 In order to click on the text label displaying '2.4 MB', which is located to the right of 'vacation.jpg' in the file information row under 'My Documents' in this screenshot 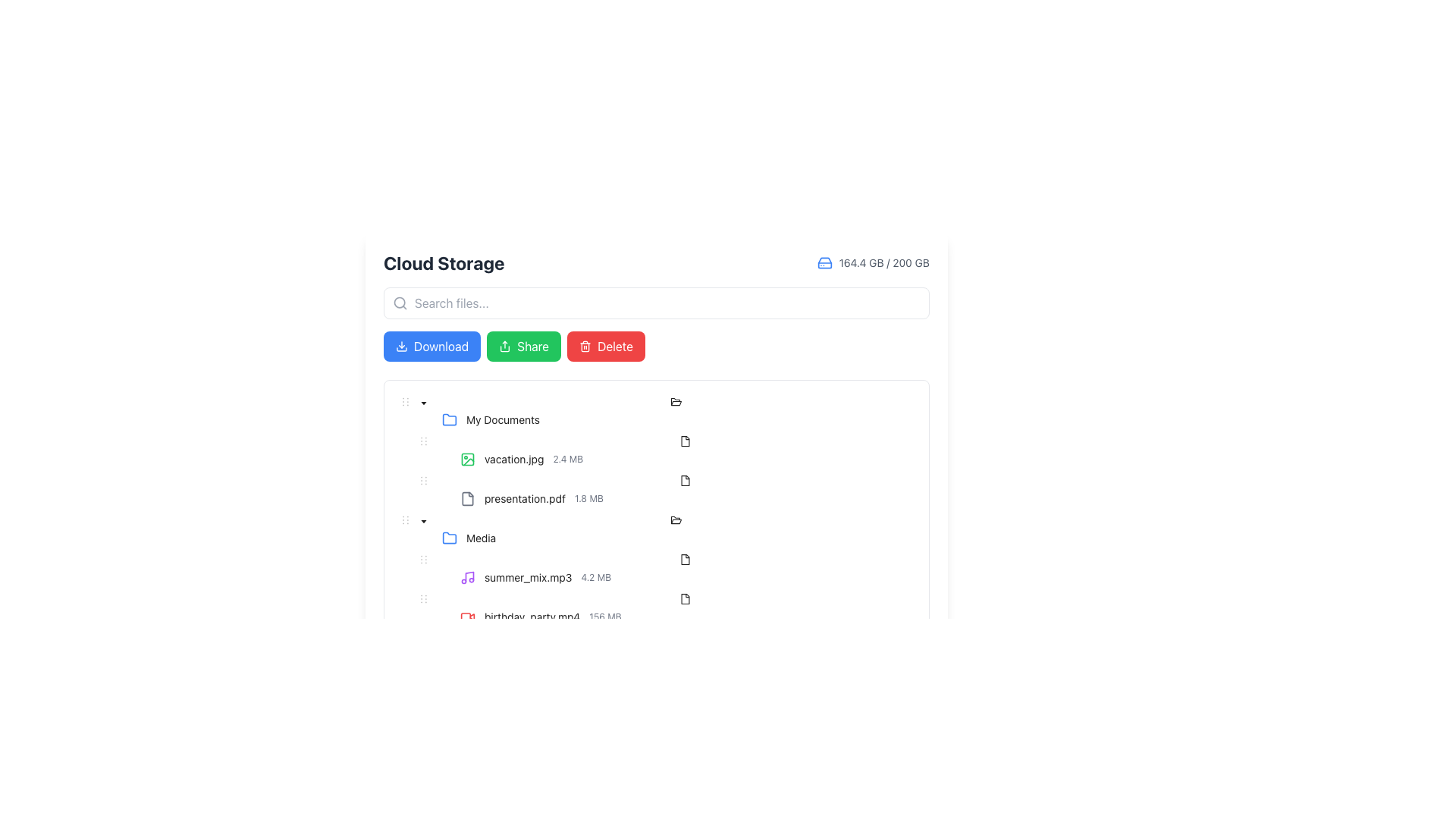, I will do `click(567, 458)`.